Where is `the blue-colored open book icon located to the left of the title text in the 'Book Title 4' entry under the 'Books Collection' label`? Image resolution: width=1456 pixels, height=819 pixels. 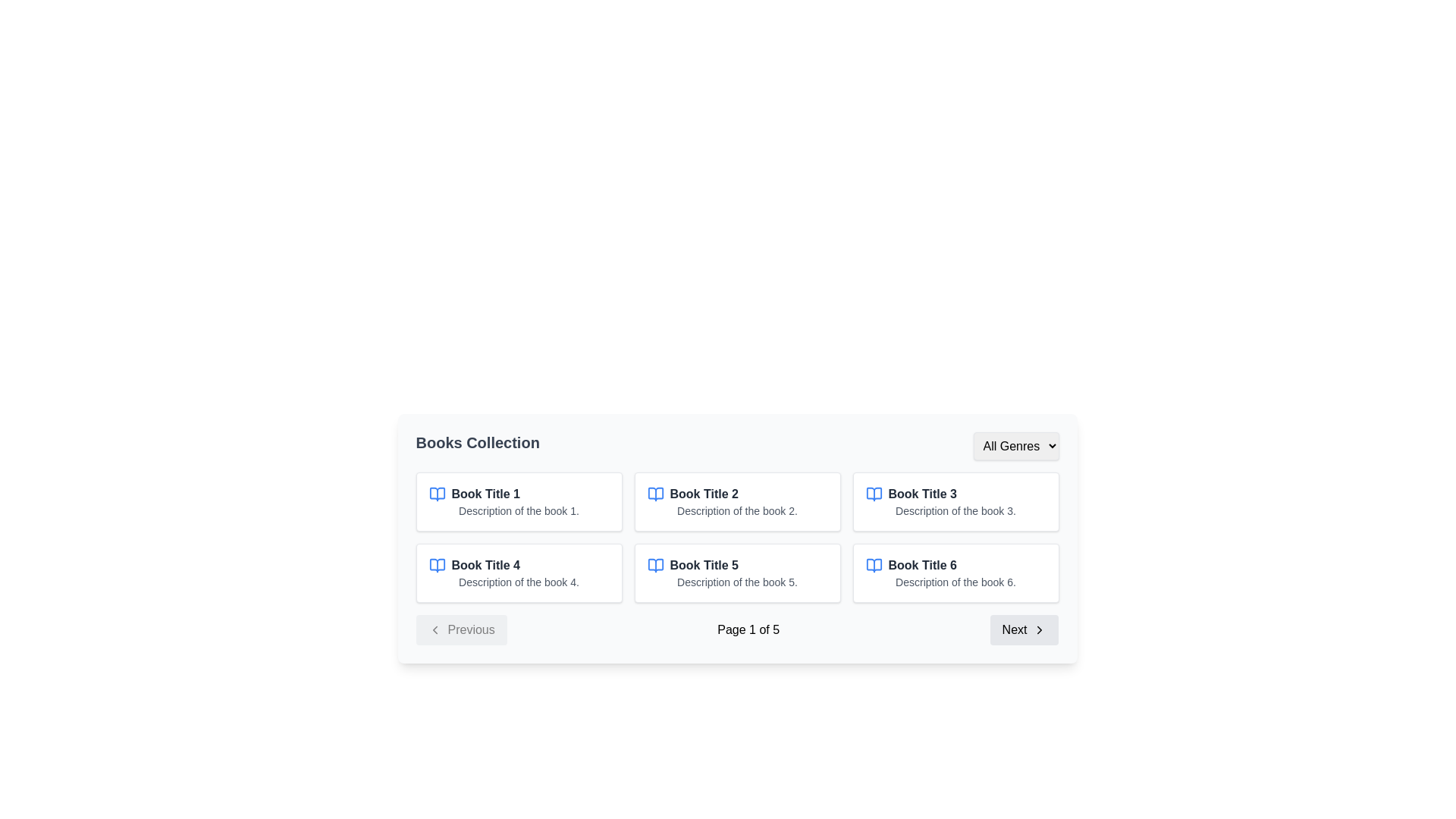
the blue-colored open book icon located to the left of the title text in the 'Book Title 4' entry under the 'Books Collection' label is located at coordinates (436, 565).